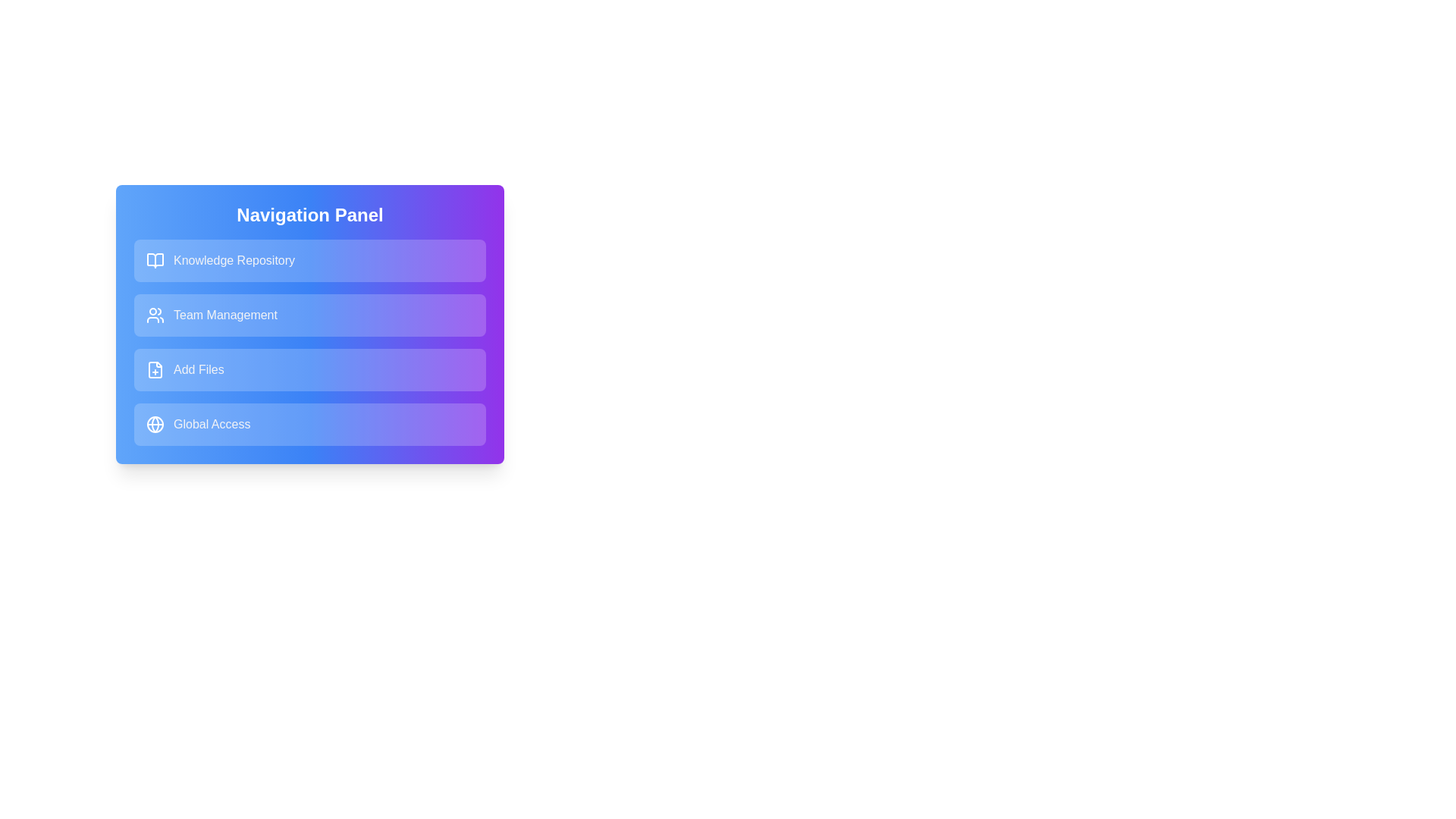  Describe the element at coordinates (309, 424) in the screenshot. I see `the navigation item labeled 'Global Access'` at that location.